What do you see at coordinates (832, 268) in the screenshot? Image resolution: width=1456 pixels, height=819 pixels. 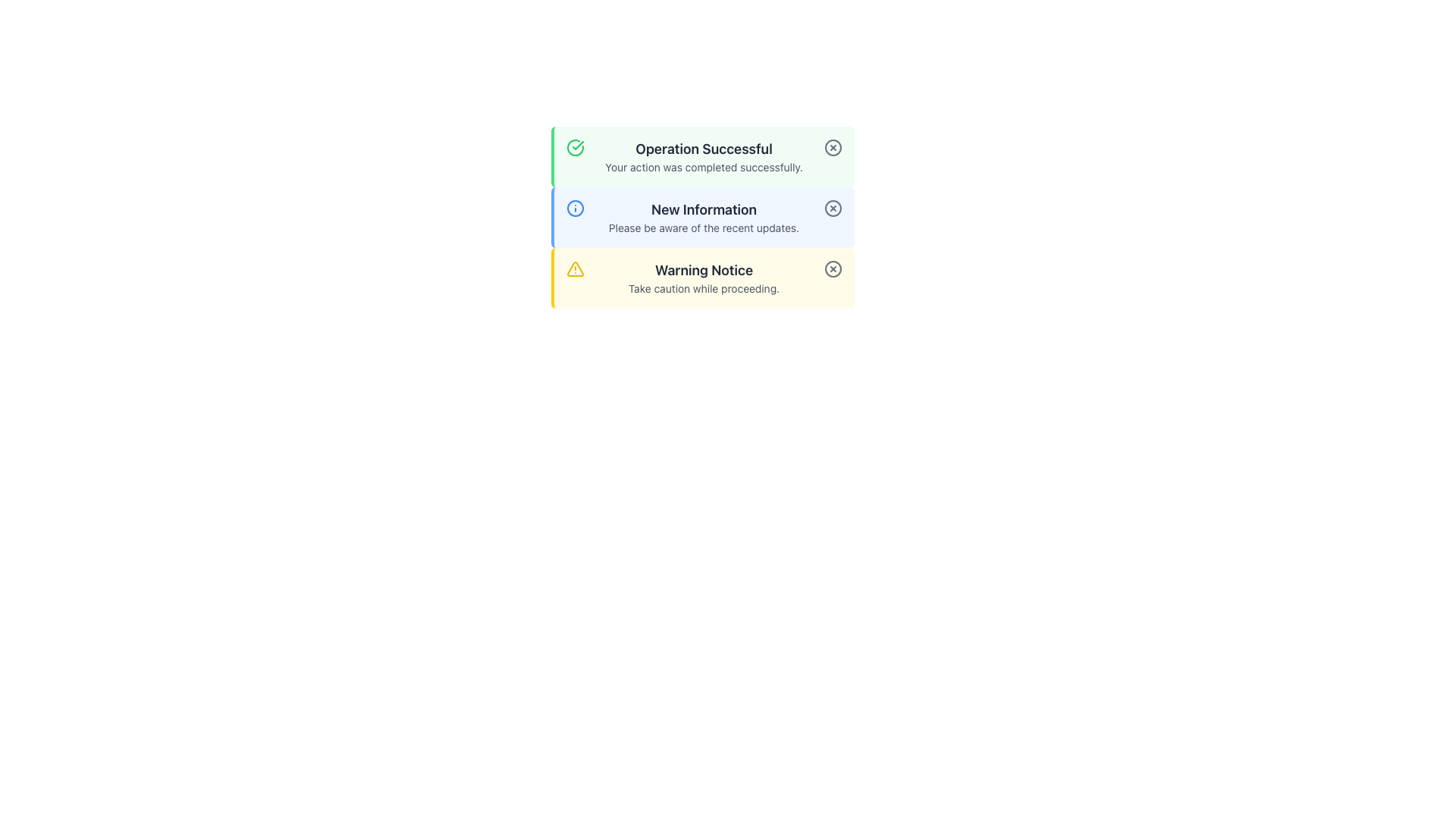 I see `the circular close button icon located at the far right of the 'Warning Notice' message box` at bounding box center [832, 268].